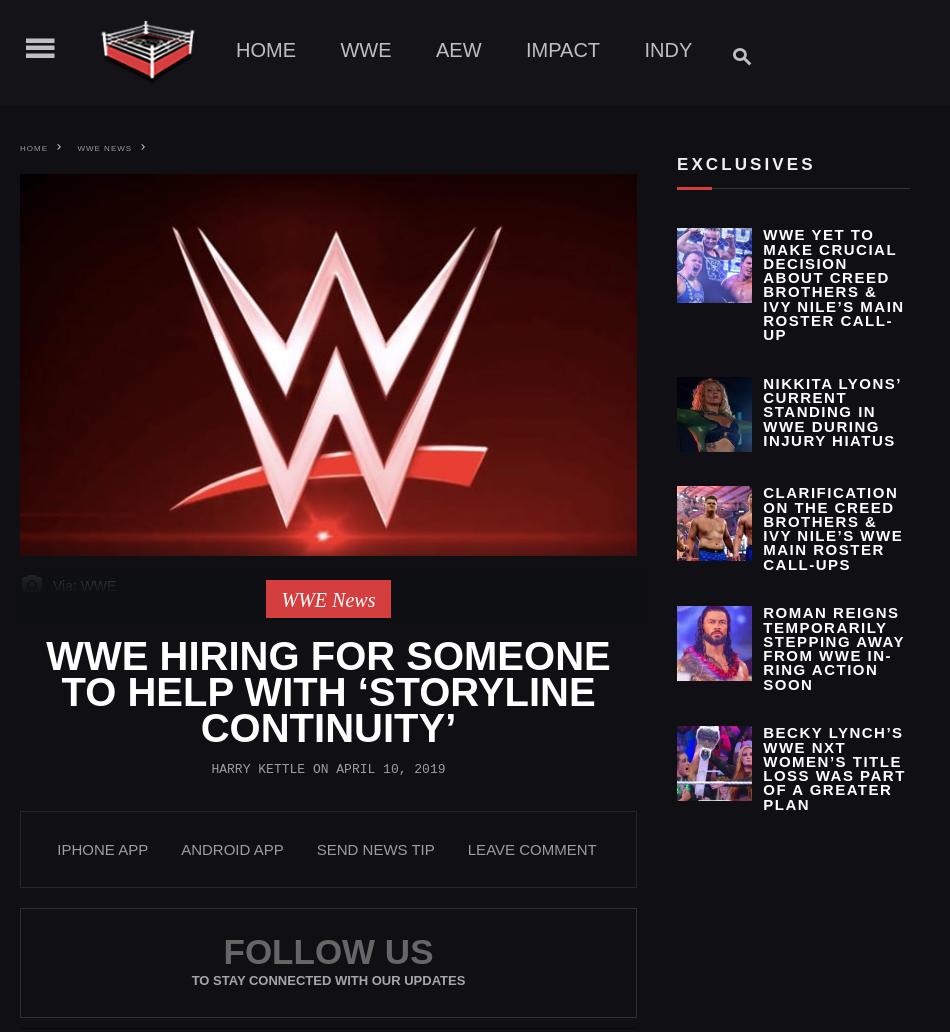  I want to click on 'WWE', so click(364, 49).